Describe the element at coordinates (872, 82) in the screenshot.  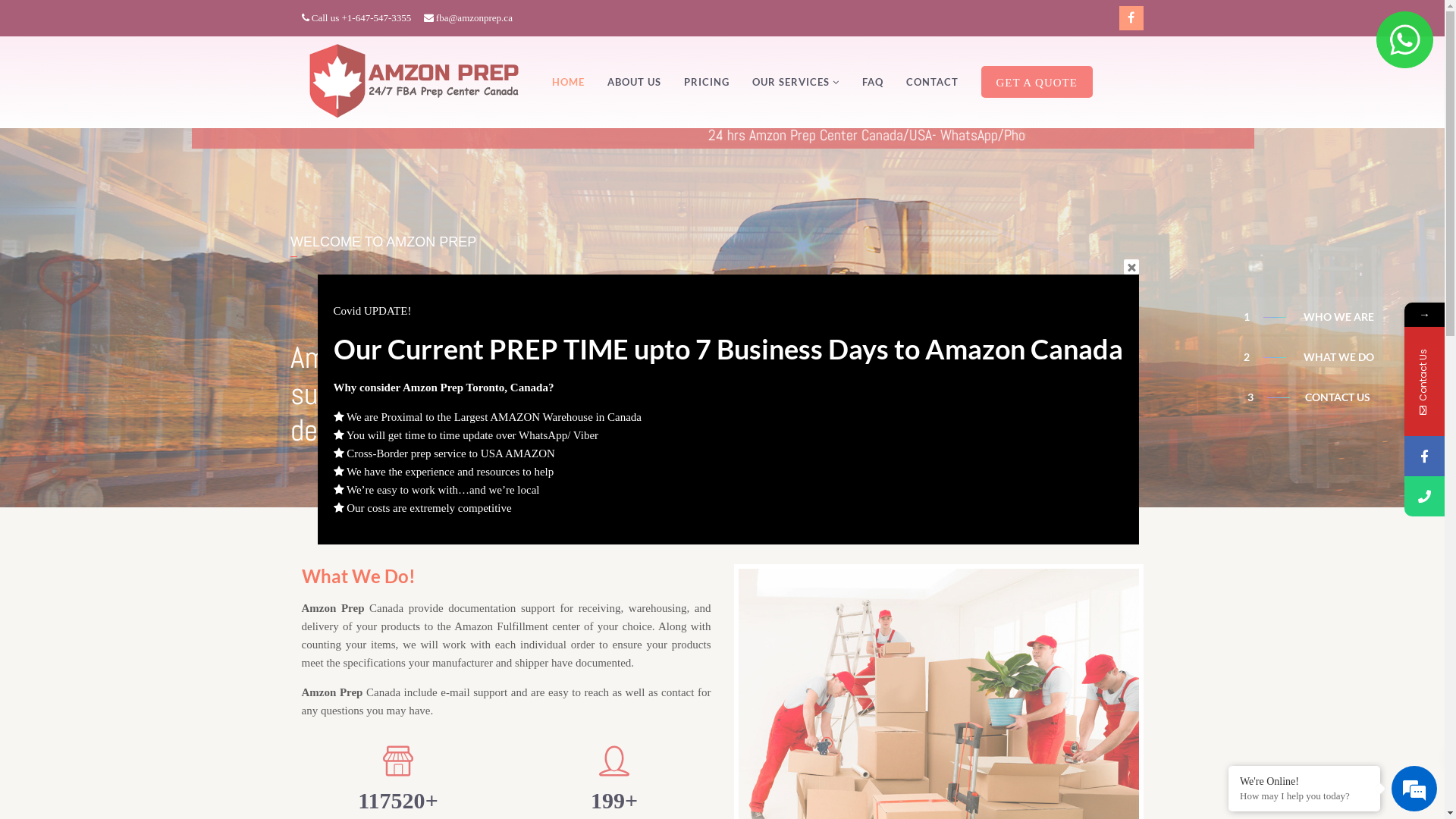
I see `'FAQ'` at that location.